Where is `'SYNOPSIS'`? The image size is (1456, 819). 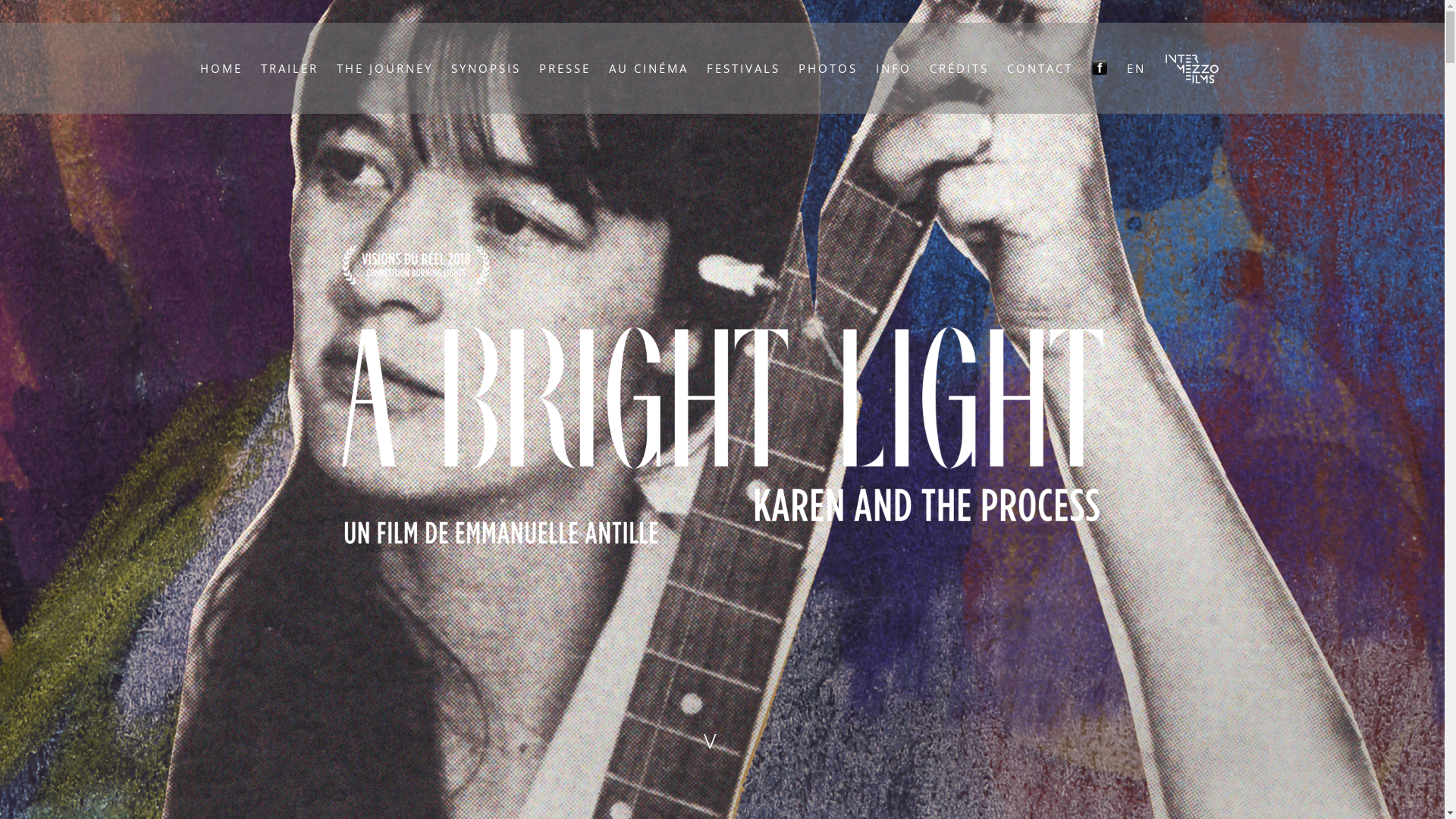
'SYNOPSIS' is located at coordinates (450, 67).